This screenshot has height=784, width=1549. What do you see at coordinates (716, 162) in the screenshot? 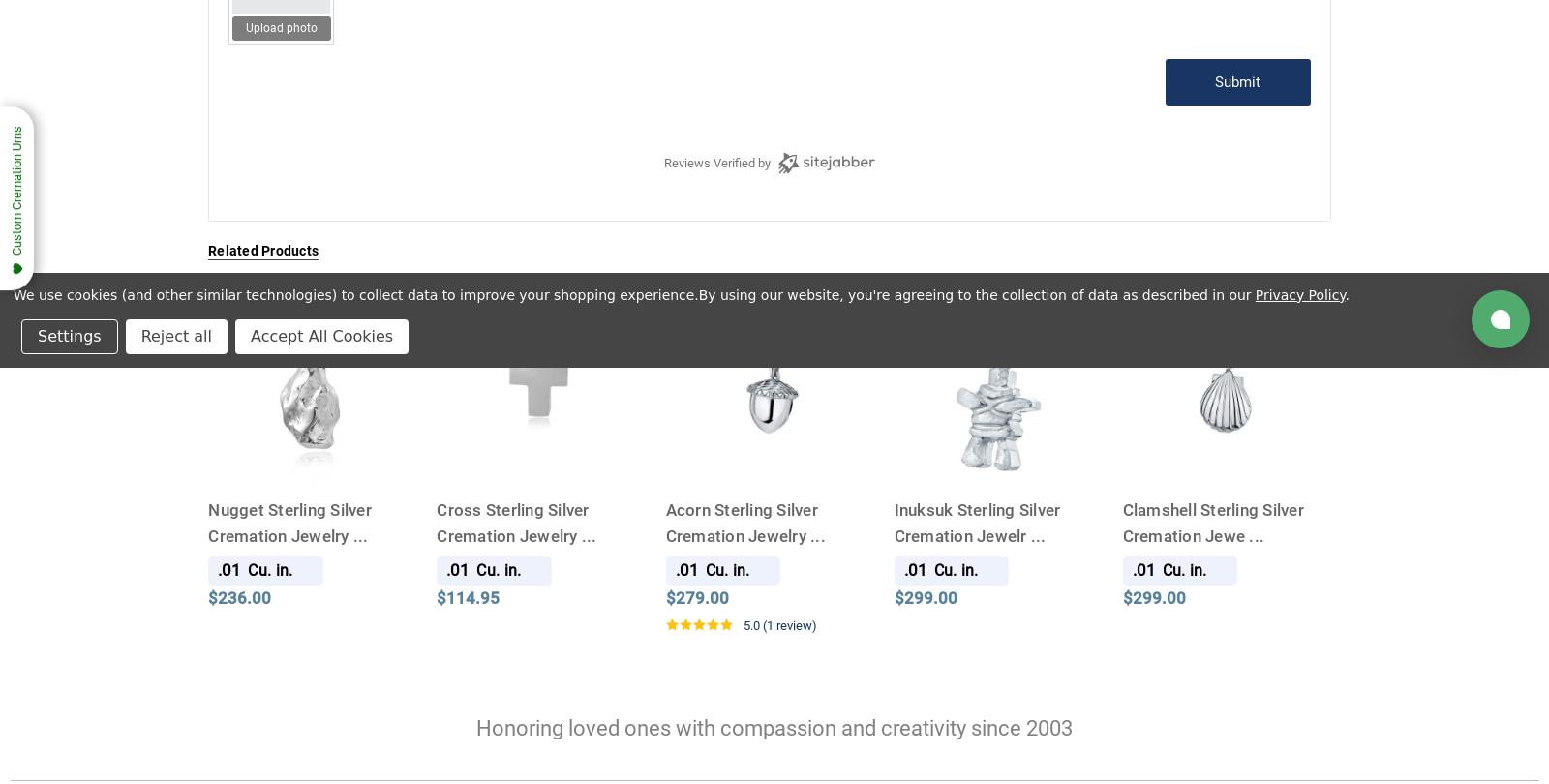
I see `'Reviews Verified by'` at bounding box center [716, 162].